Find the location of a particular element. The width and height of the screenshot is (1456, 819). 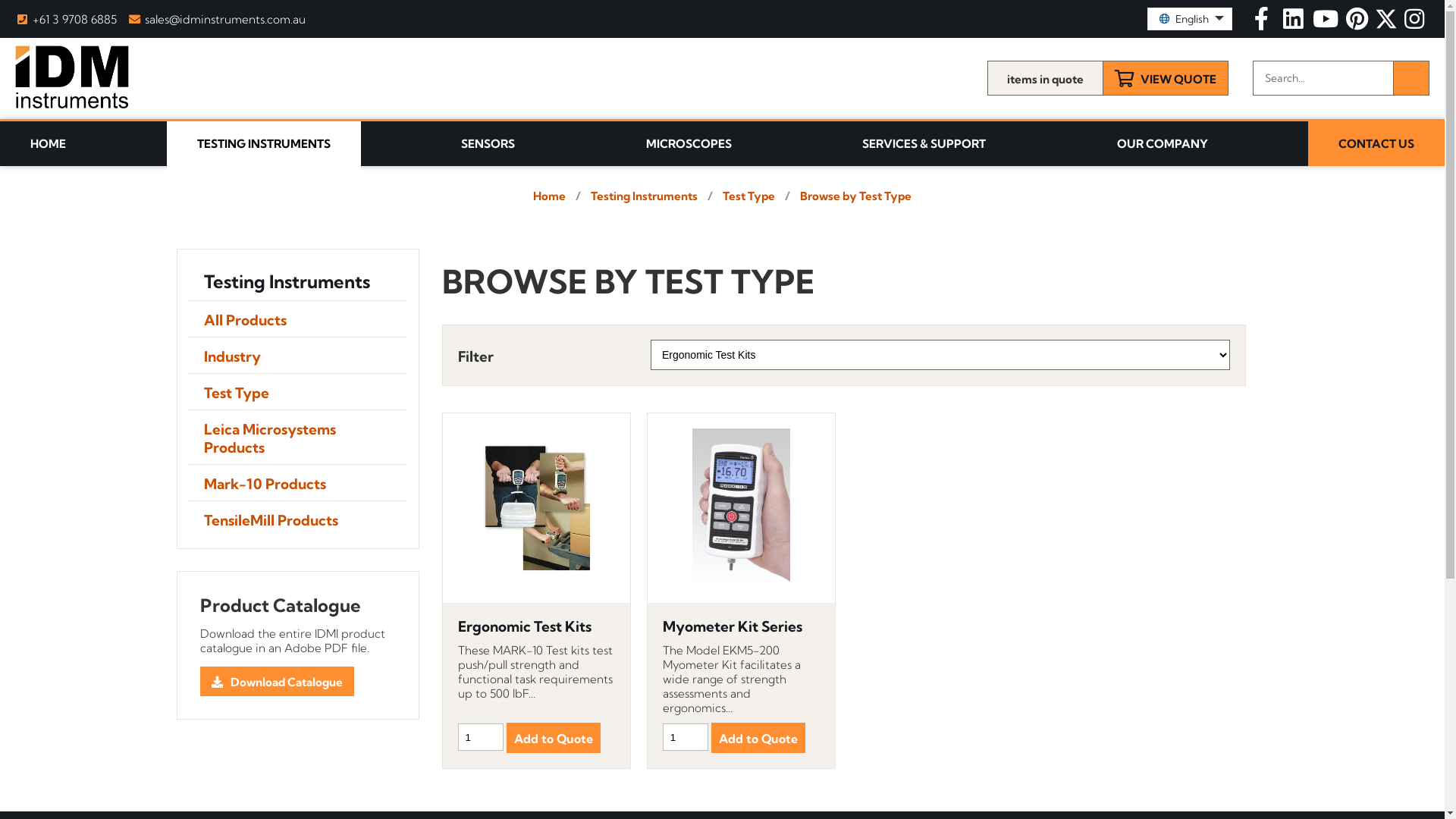

'items' is located at coordinates (987, 78).